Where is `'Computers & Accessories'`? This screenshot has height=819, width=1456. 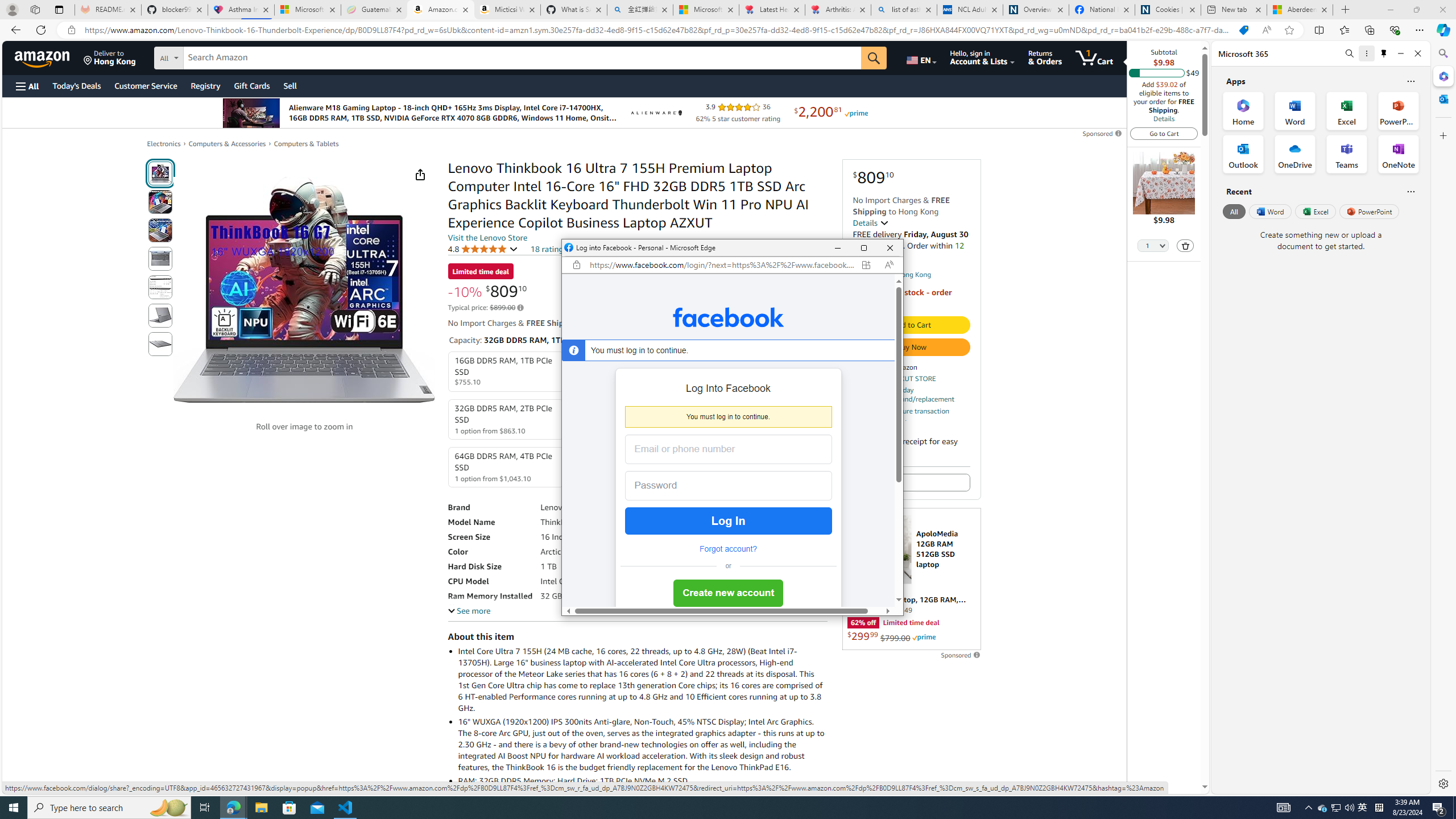 'Computers & Accessories' is located at coordinates (227, 143).